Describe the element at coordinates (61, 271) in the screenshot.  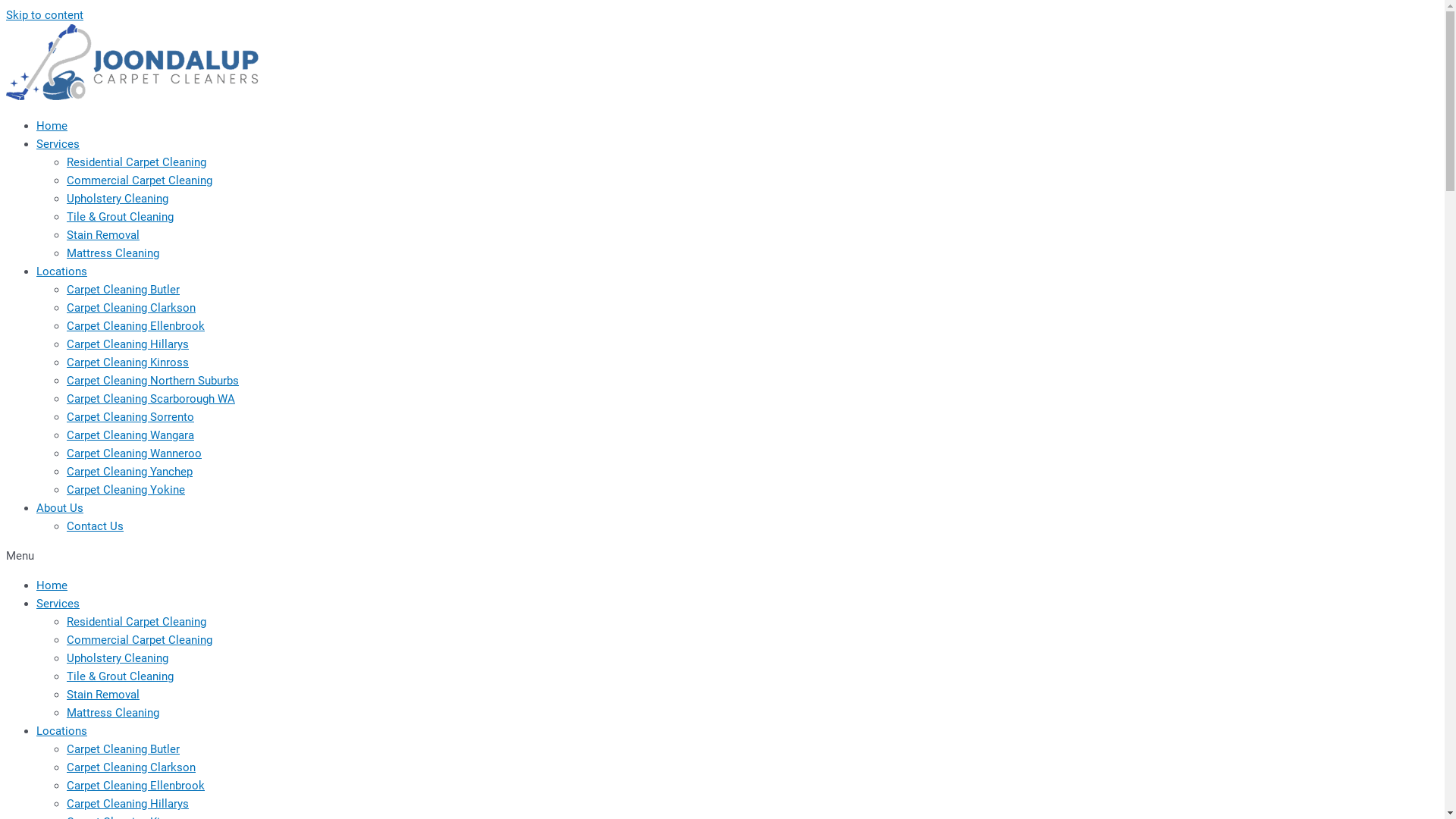
I see `'Locations'` at that location.